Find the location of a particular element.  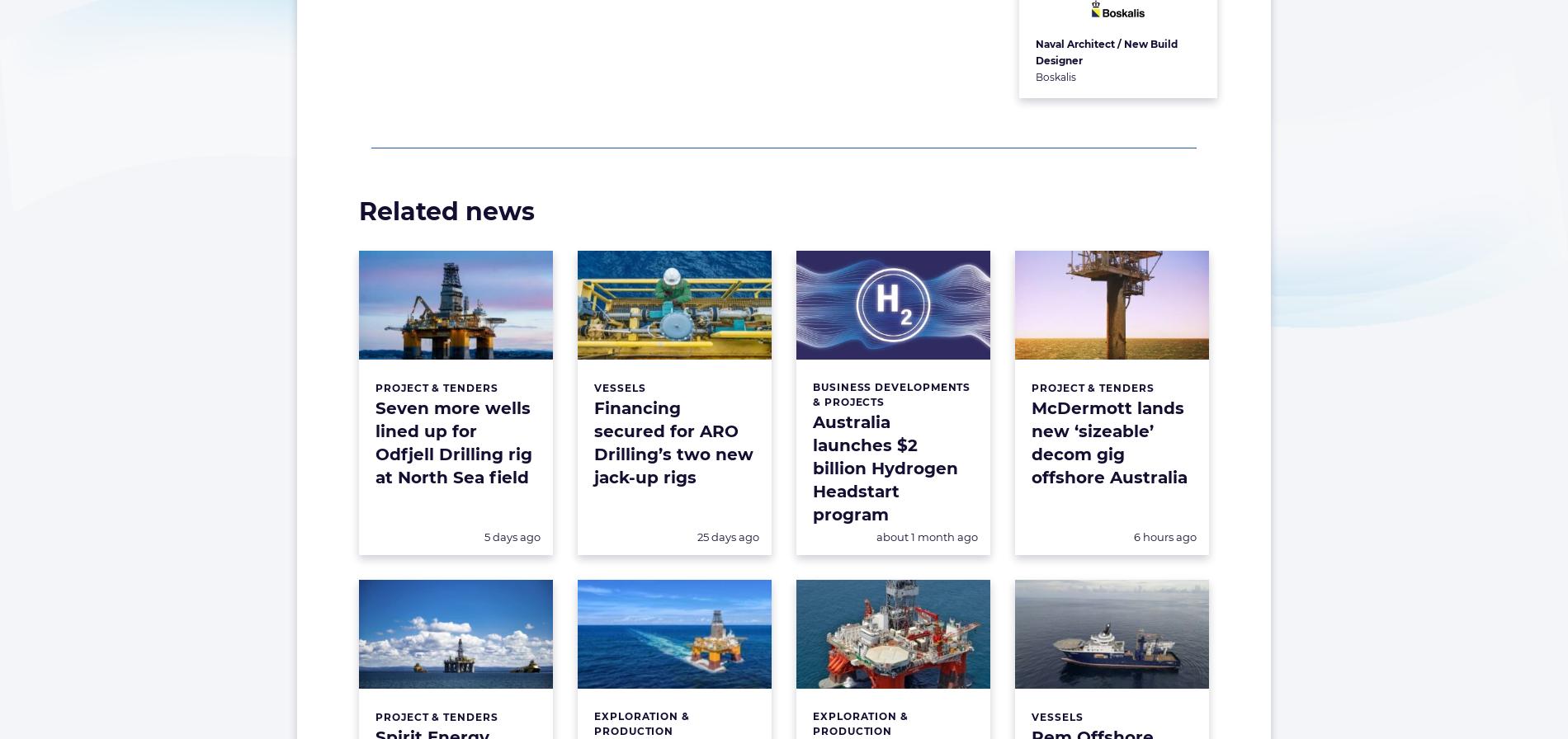

'Australia launches $2 billion Hydrogen Headstart program' is located at coordinates (885, 467).